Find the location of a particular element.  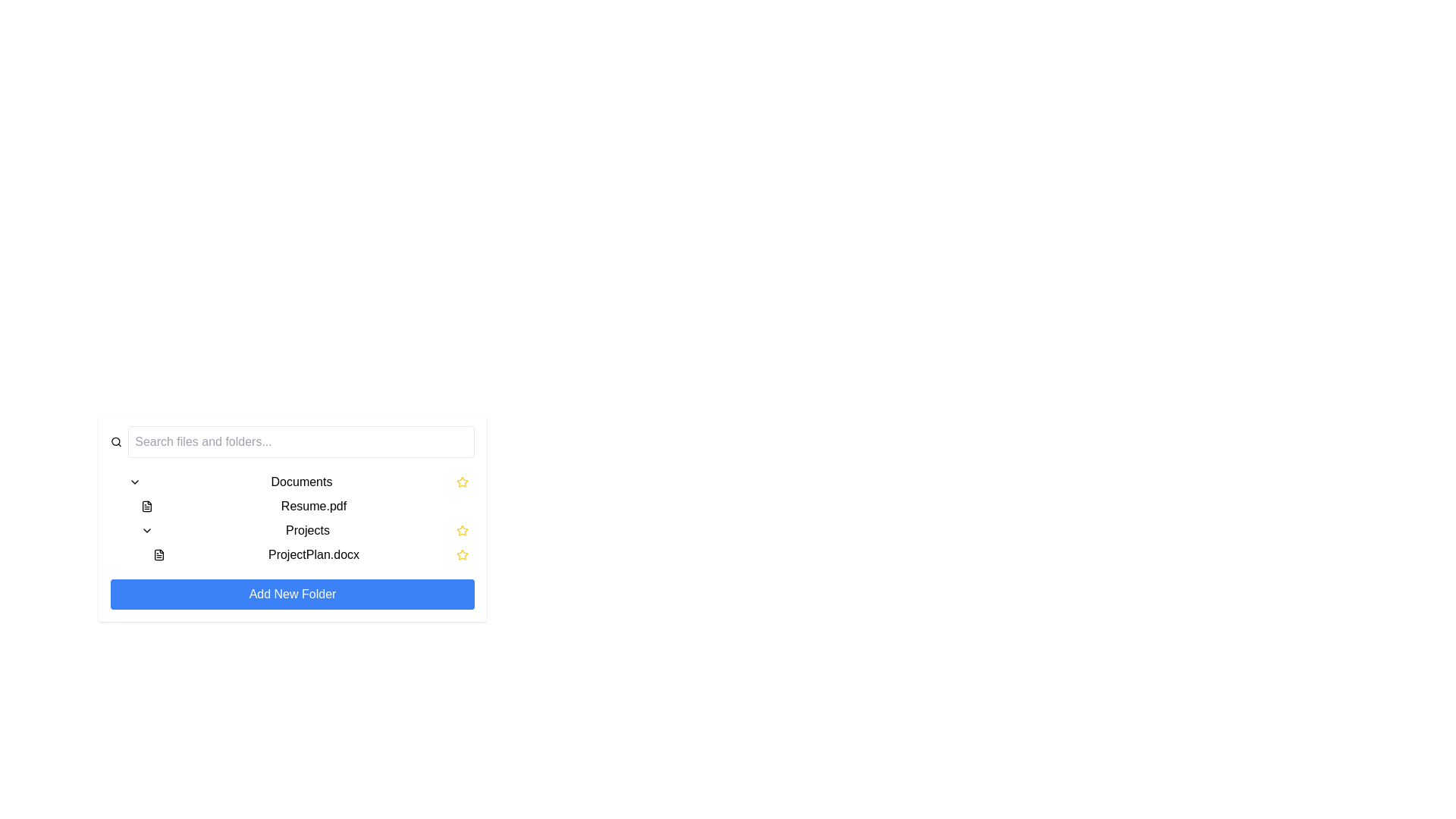

the text label 'Resume.pdf' with the associated file icon is located at coordinates (304, 506).